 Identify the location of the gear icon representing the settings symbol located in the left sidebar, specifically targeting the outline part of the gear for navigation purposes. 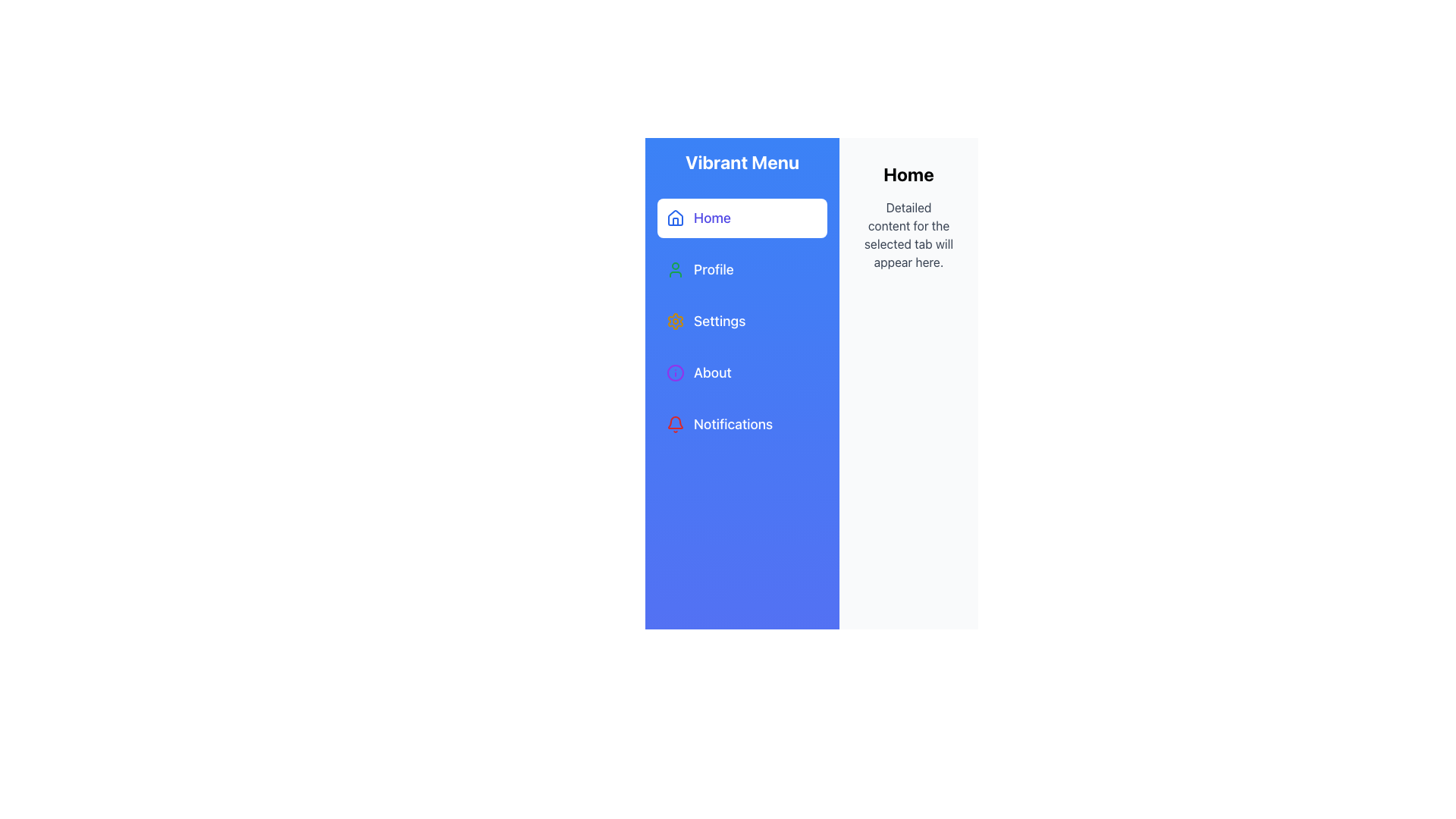
(675, 321).